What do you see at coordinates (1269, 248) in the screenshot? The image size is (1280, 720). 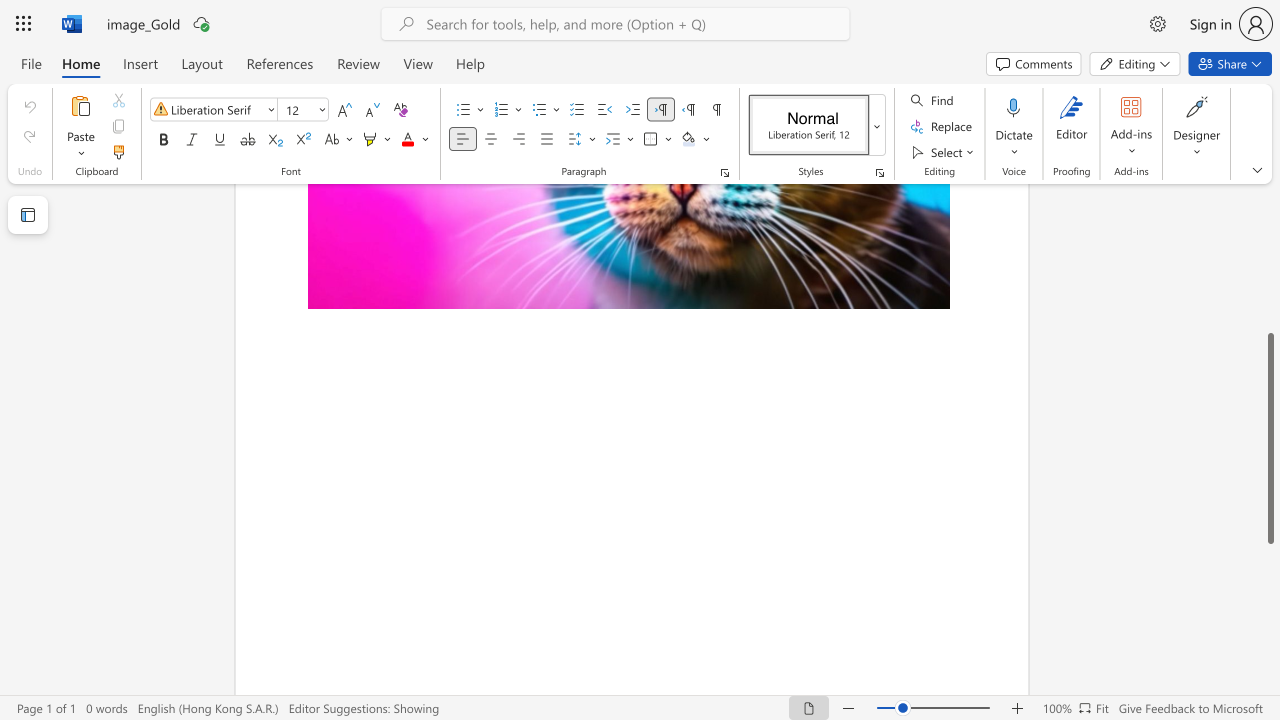 I see `the scrollbar to move the page up` at bounding box center [1269, 248].